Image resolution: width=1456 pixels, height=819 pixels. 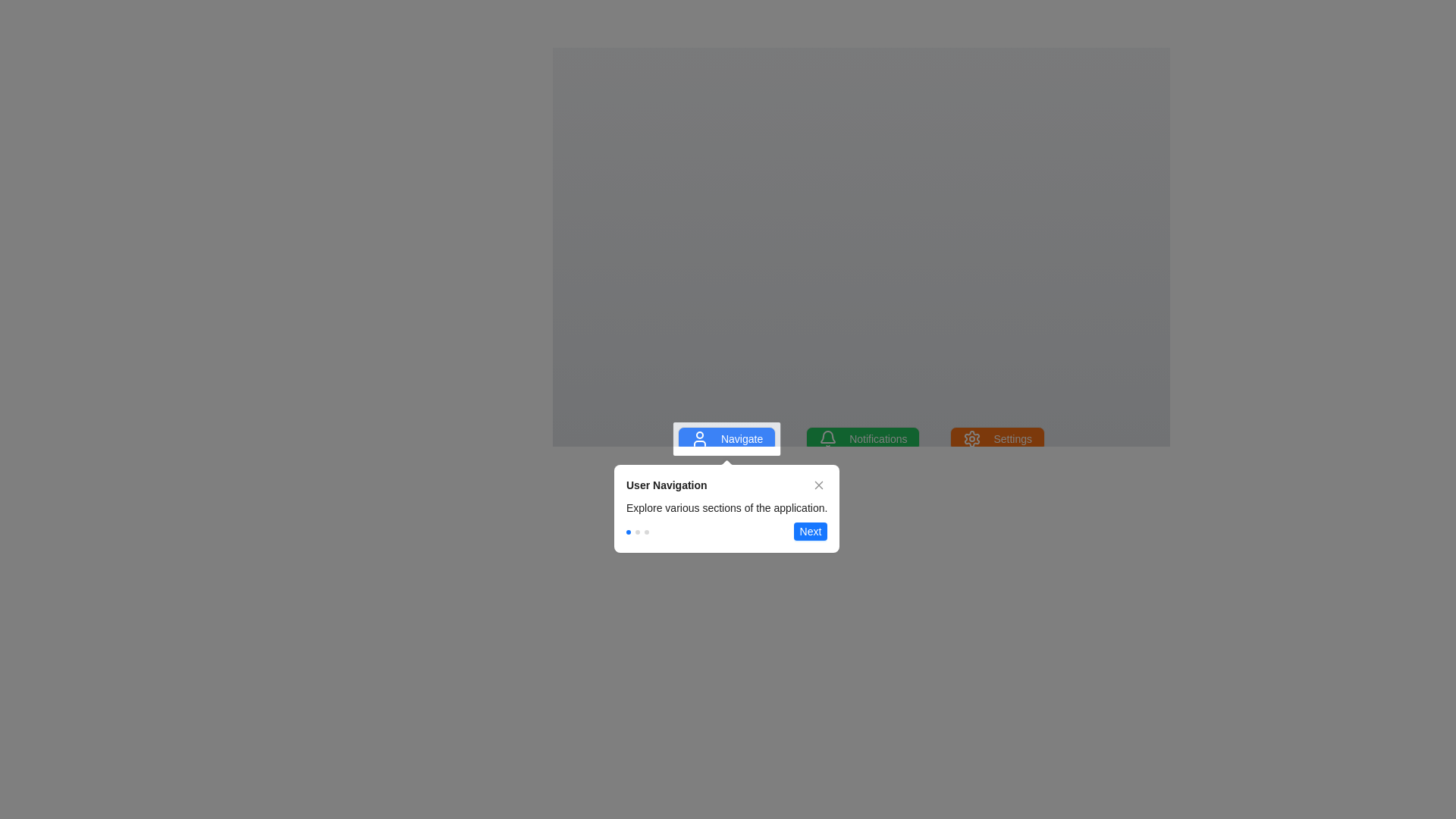 I want to click on the settings button, which is the rightmost button in a row of three buttons, so click(x=997, y=438).